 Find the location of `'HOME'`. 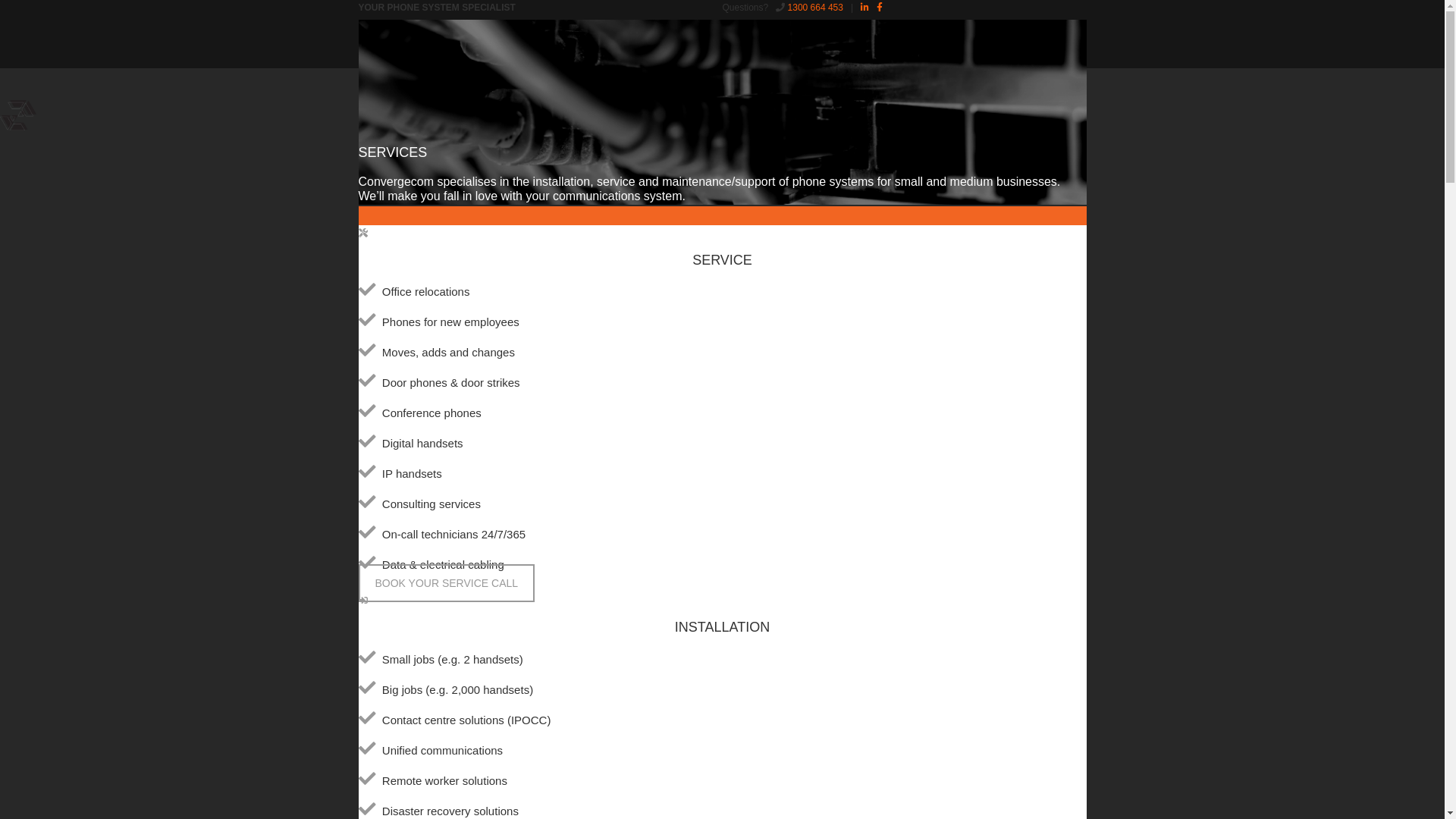

'HOME' is located at coordinates (356, 79).